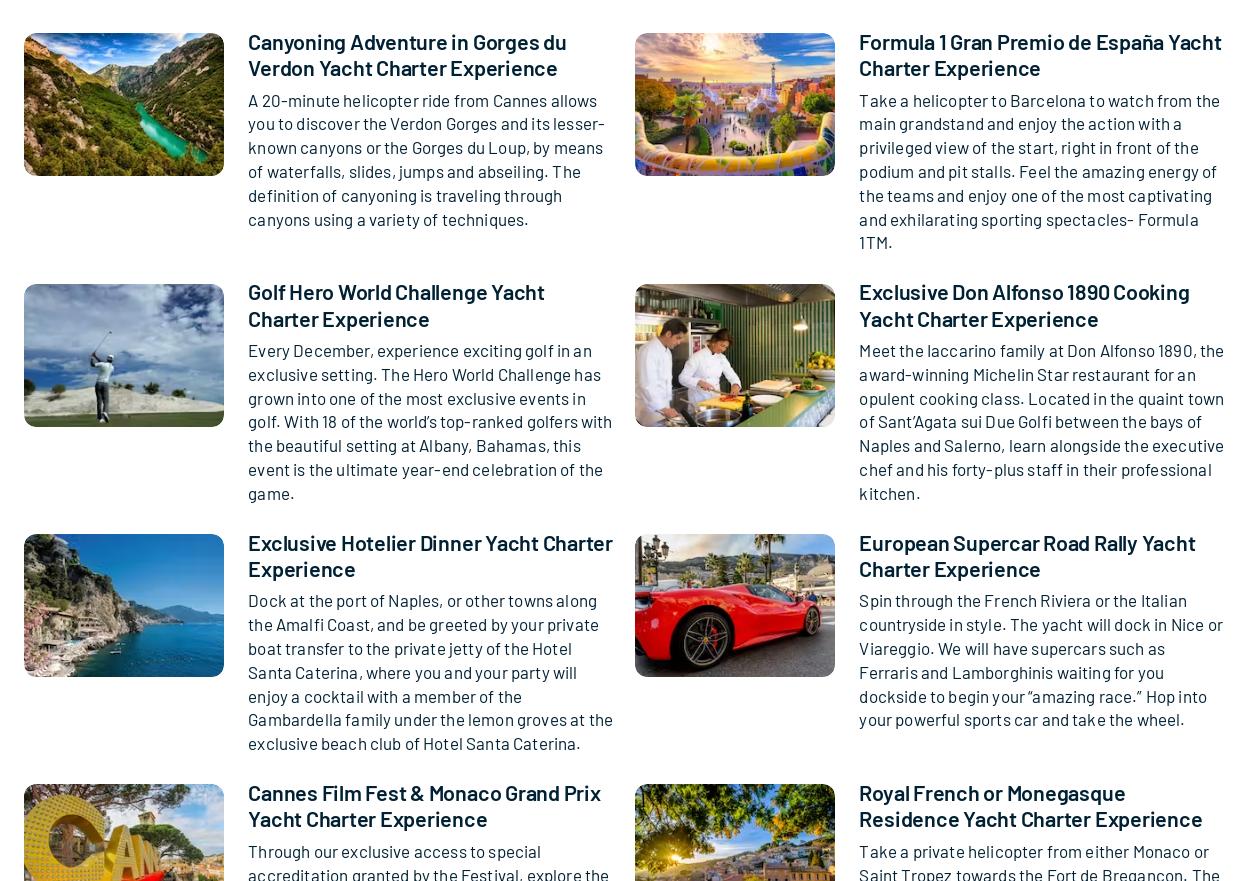 Image resolution: width=1250 pixels, height=881 pixels. What do you see at coordinates (1041, 419) in the screenshot?
I see `'Meet the Iaccarino family at Don Alfonso 1890, the award-winning Michelin Star restaurant for an opulent cooking class. Located in the quaint town of Sant’Agata sui Due Golfi between the bays of Naples and Salerno, learn alongside the executive chef and his forty-plus staff in their professional kitchen.'` at bounding box center [1041, 419].